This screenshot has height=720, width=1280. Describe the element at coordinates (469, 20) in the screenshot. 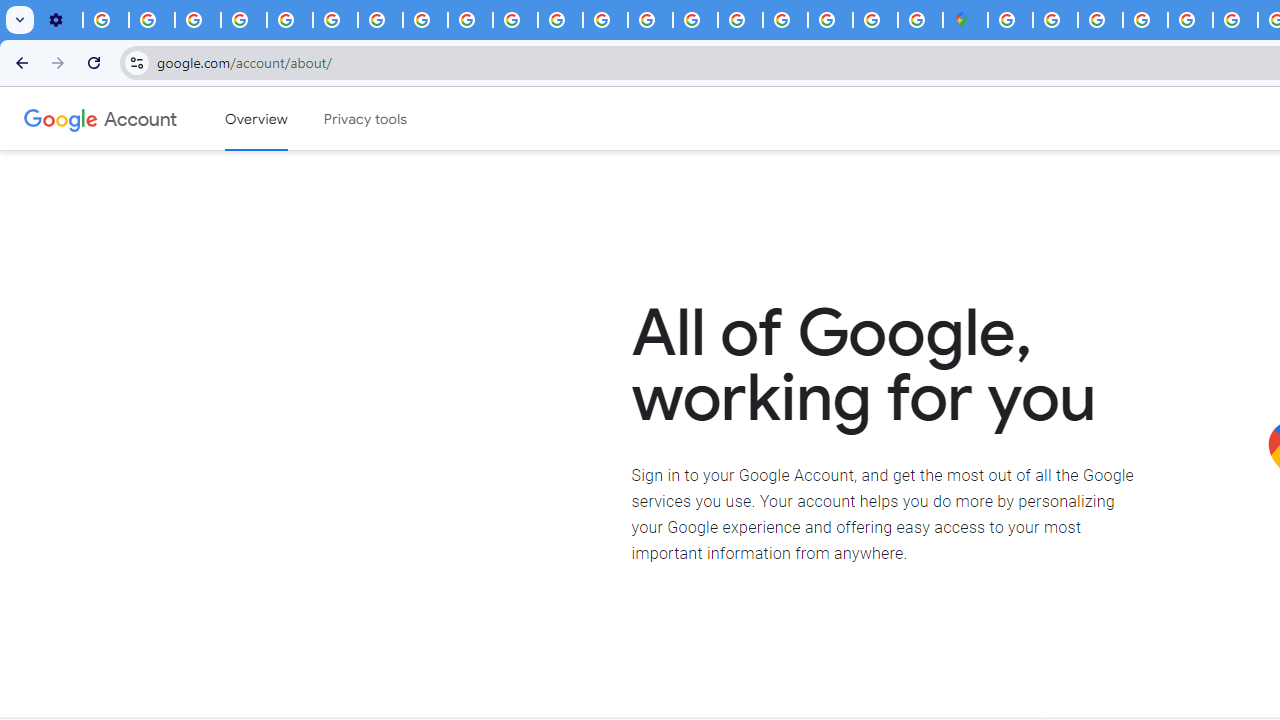

I see `'Privacy Checkup'` at that location.